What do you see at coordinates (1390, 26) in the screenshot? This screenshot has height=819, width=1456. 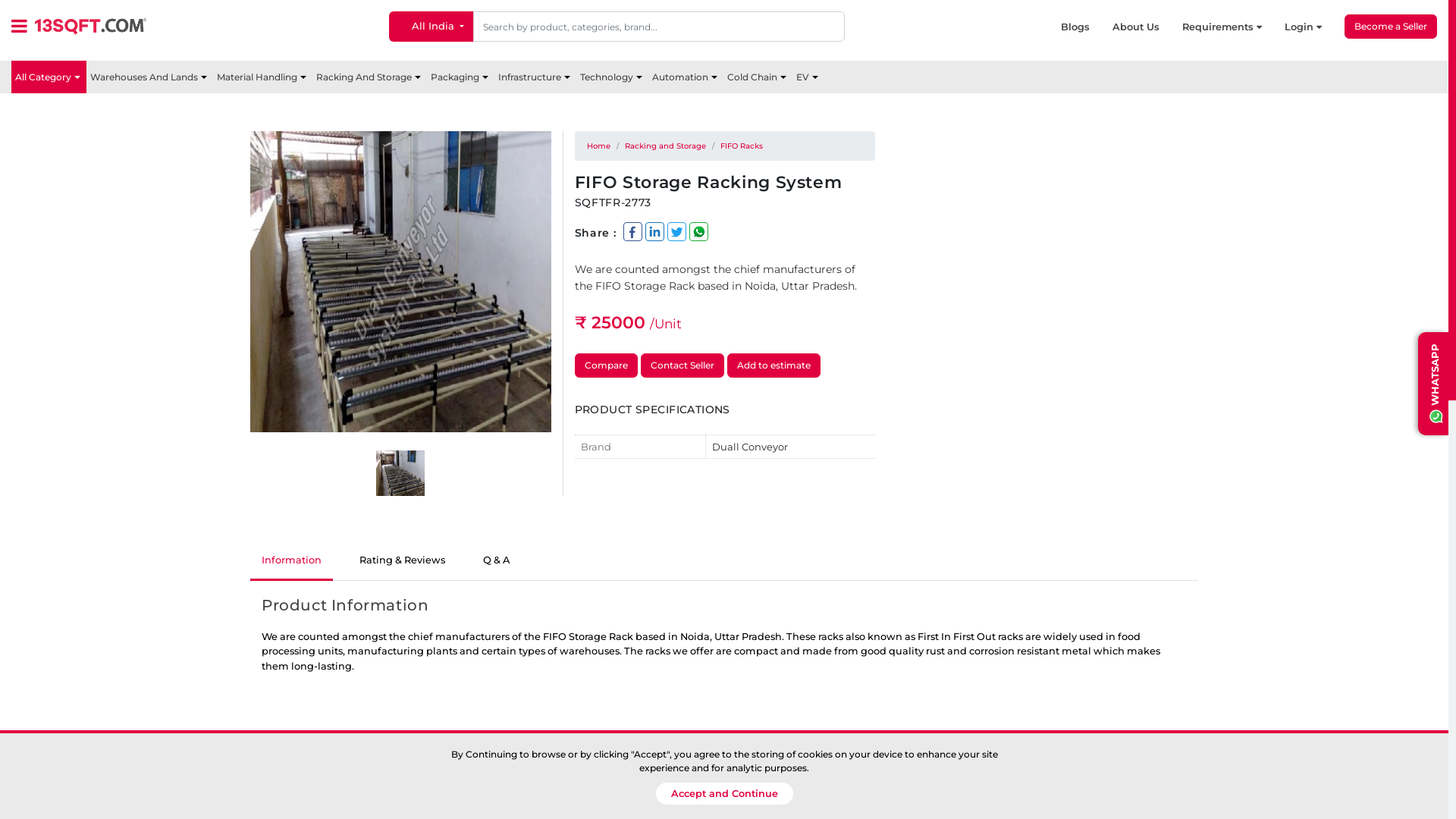 I see `'Become a Seller'` at bounding box center [1390, 26].